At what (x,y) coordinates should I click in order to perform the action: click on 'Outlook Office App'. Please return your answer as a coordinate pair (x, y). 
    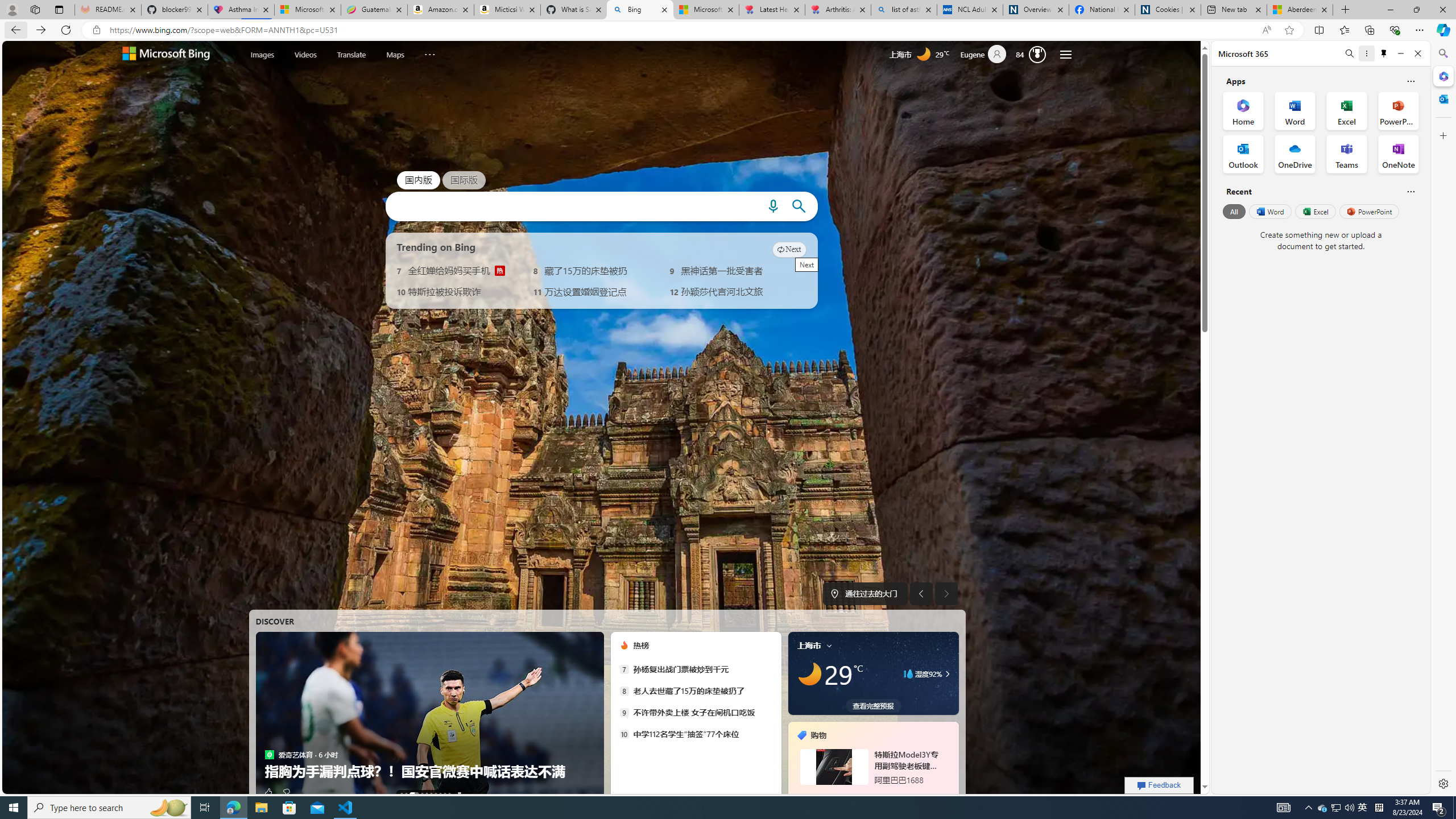
    Looking at the image, I should click on (1243, 154).